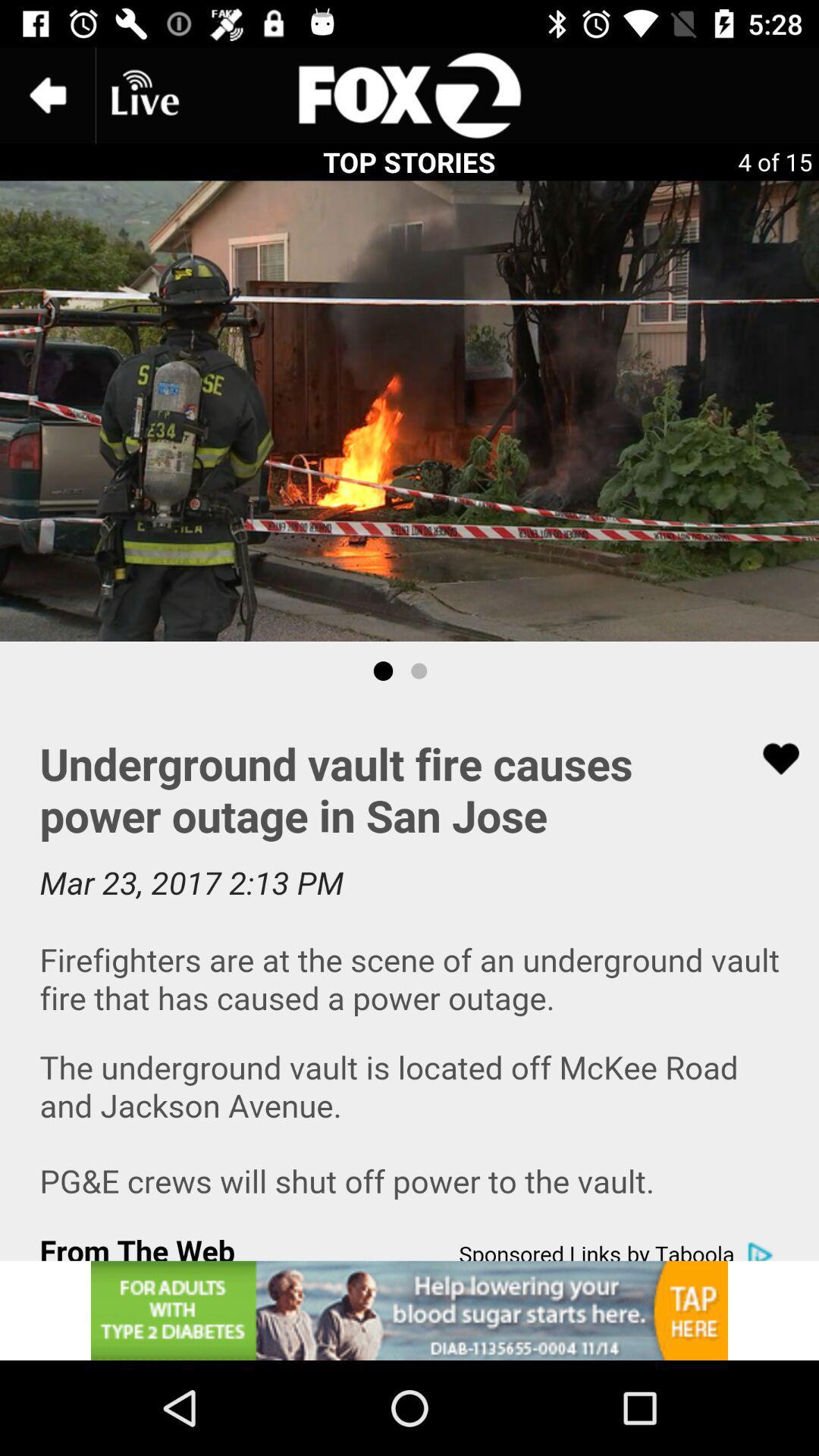 The width and height of the screenshot is (819, 1456). What do you see at coordinates (46, 94) in the screenshot?
I see `the arrow_backward icon` at bounding box center [46, 94].